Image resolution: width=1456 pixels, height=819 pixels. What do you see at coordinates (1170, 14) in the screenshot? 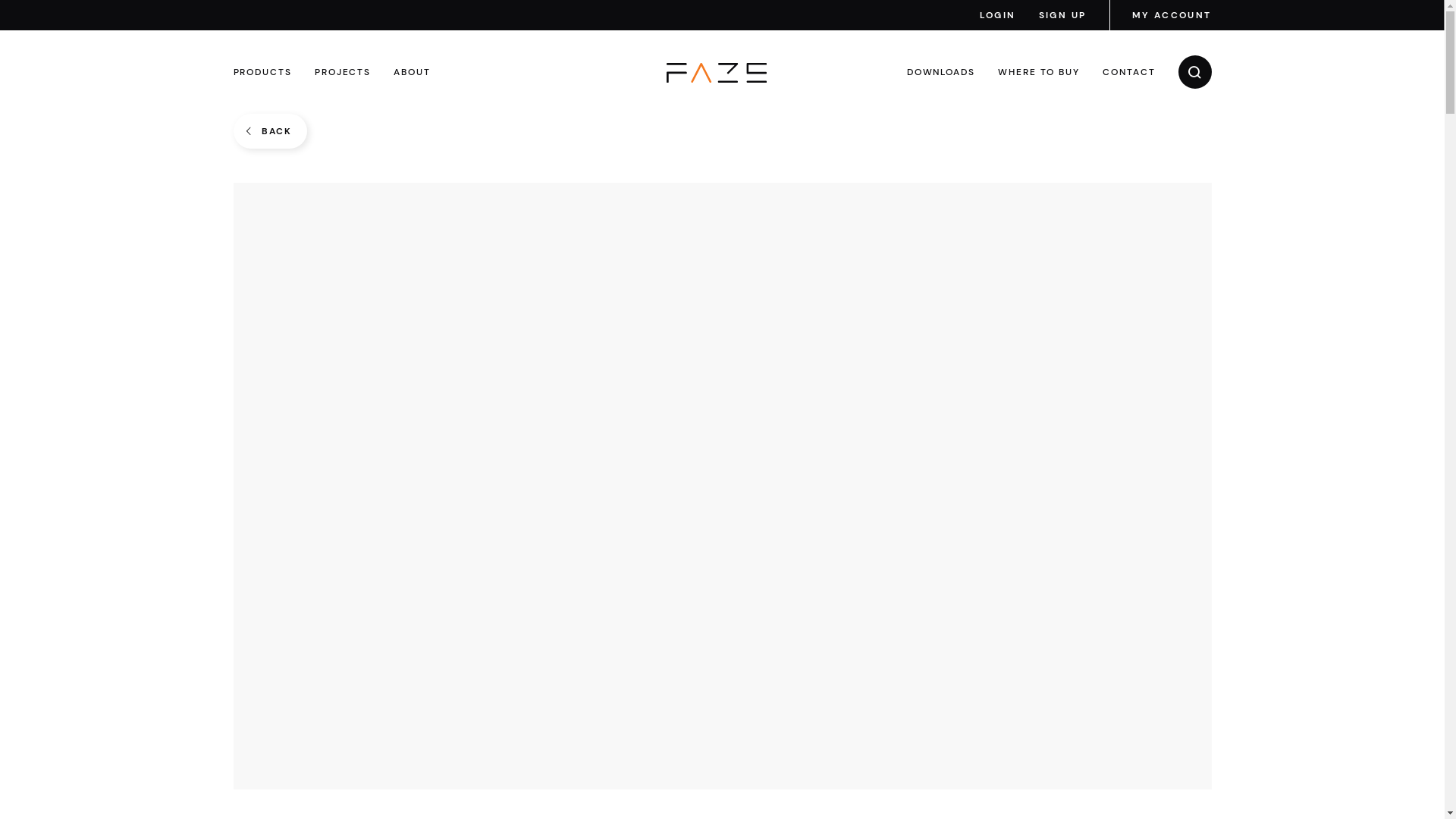
I see `'MY ACCOUNT'` at bounding box center [1170, 14].